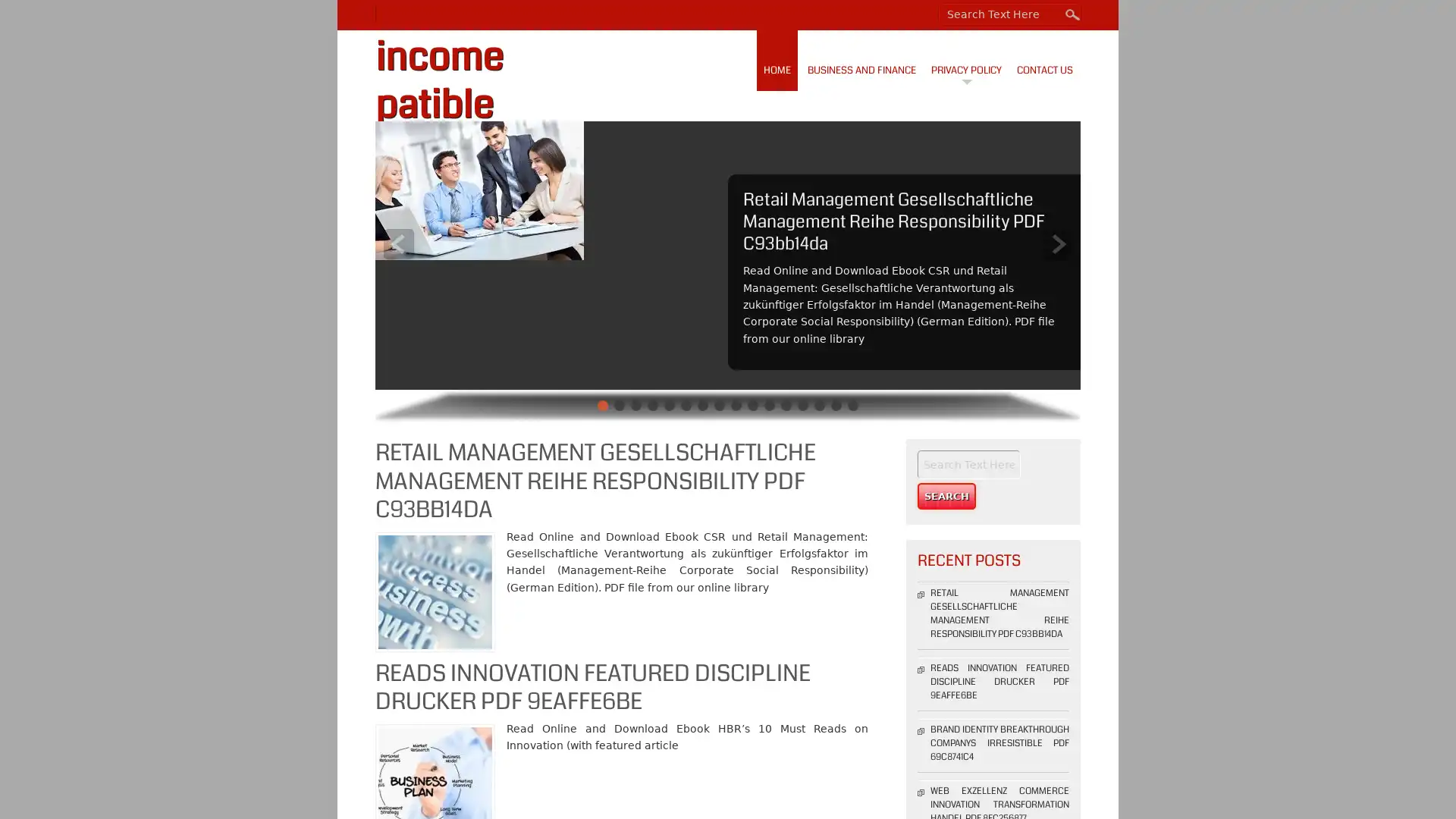  What do you see at coordinates (946, 496) in the screenshot?
I see `Search` at bounding box center [946, 496].